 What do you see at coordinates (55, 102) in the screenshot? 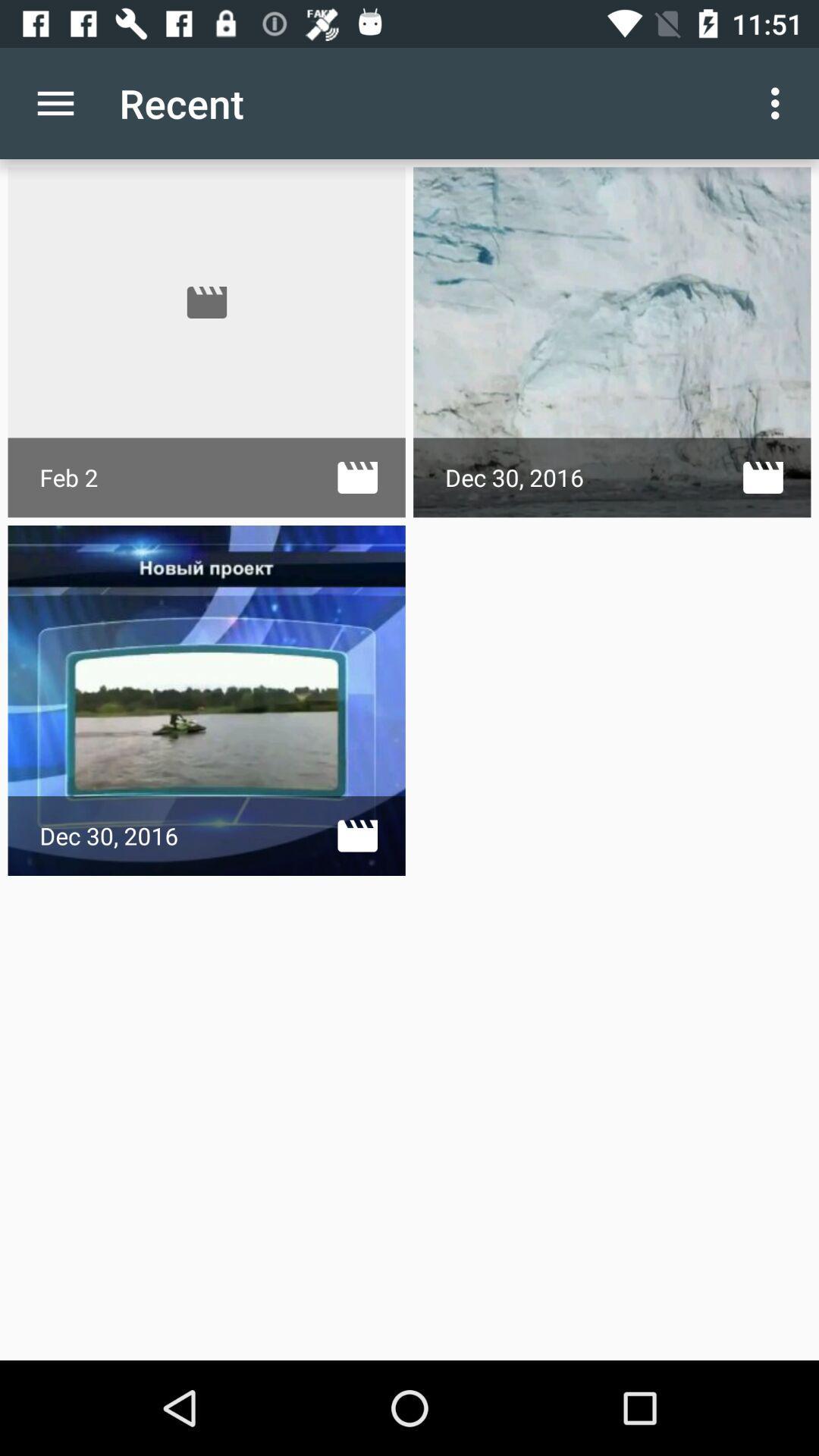
I see `the icon next to recent item` at bounding box center [55, 102].